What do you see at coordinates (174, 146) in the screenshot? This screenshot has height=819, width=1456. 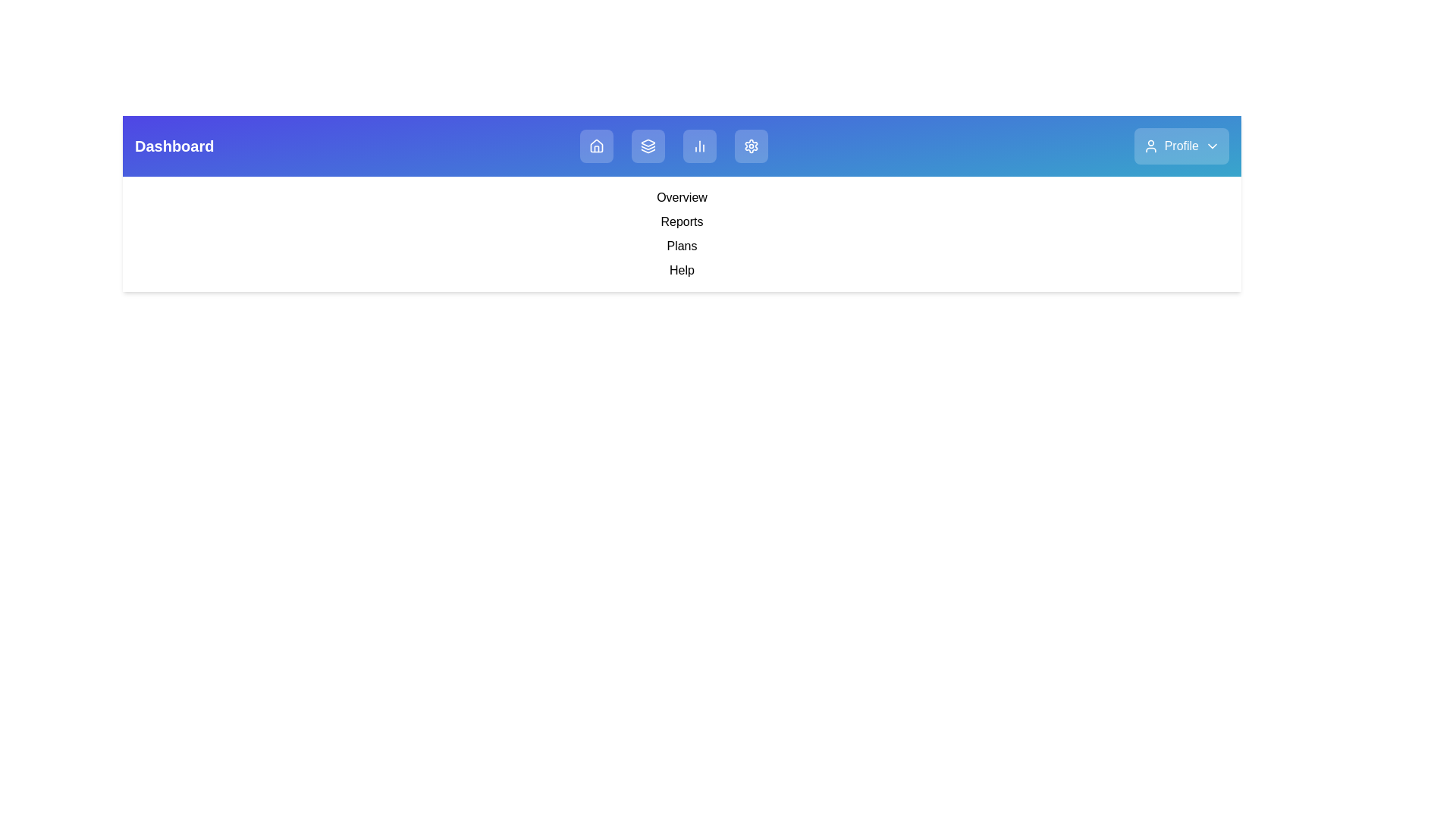 I see `the title text 'Dashboard'` at bounding box center [174, 146].